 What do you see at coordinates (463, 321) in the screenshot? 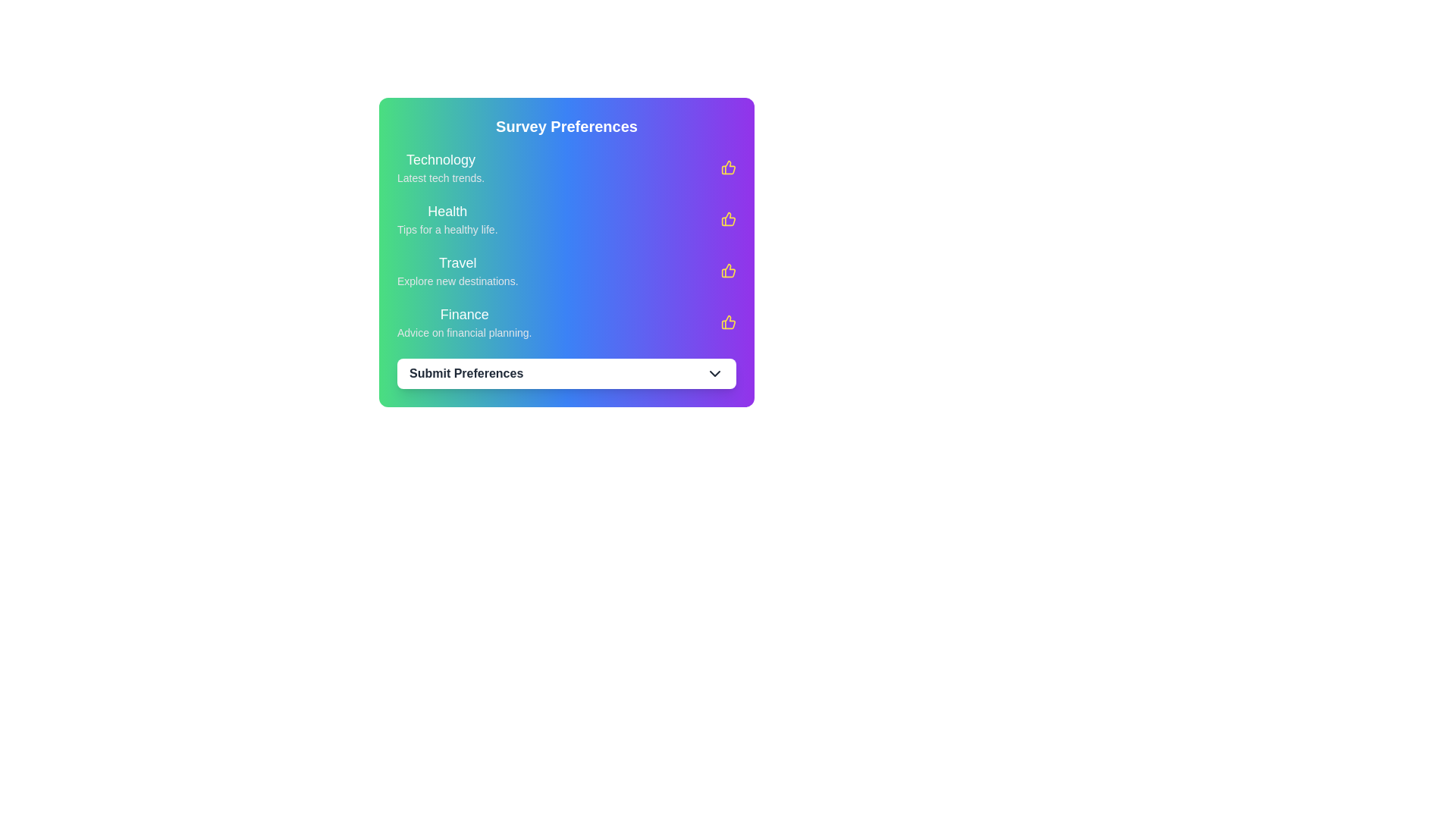
I see `the text label displaying 'Finance' and 'Advice on financial planning.' in the Survey Preferences card layout to read it` at bounding box center [463, 321].